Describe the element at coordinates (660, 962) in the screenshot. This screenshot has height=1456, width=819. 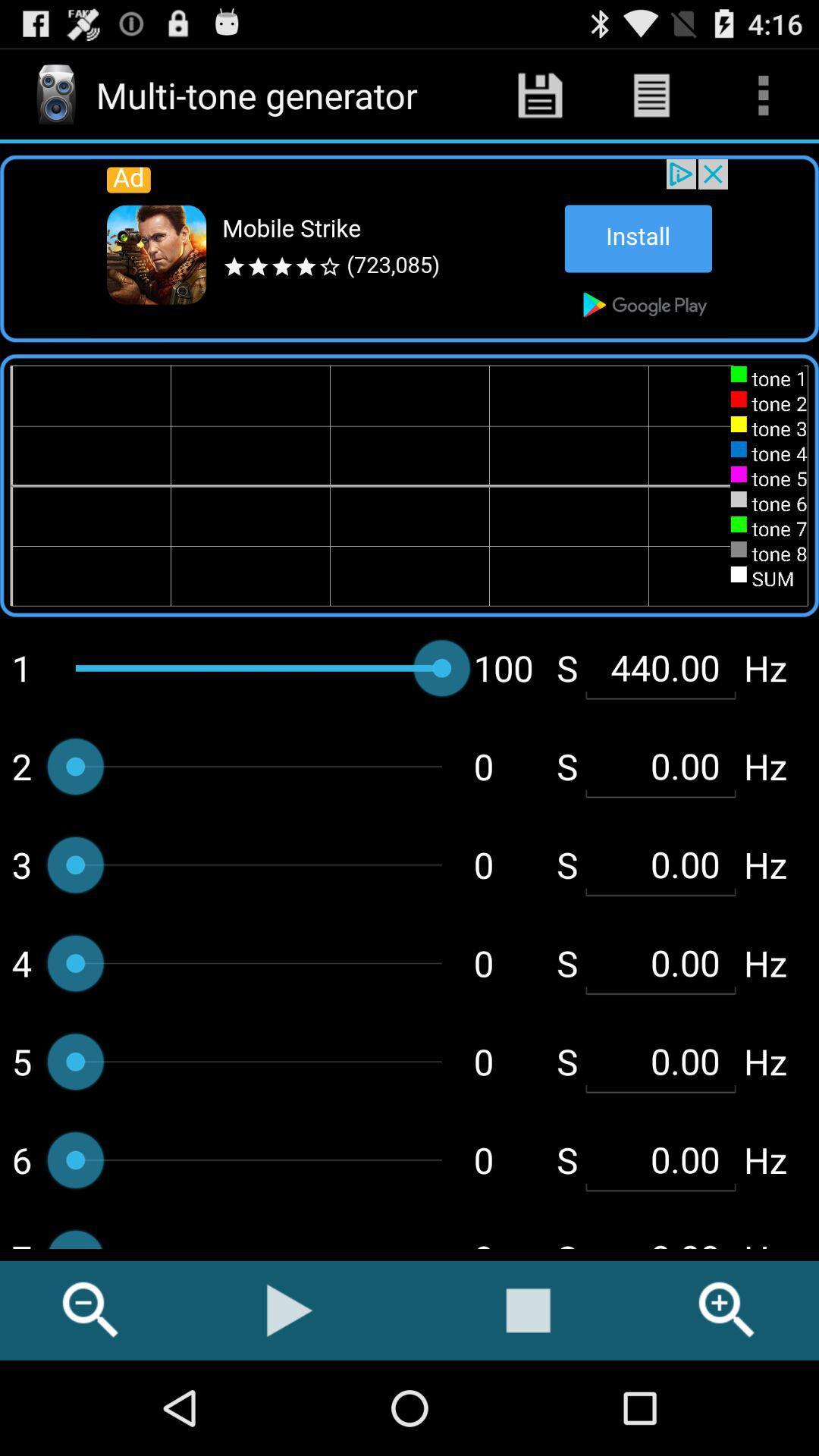
I see `the third 000 shown below 44000` at that location.